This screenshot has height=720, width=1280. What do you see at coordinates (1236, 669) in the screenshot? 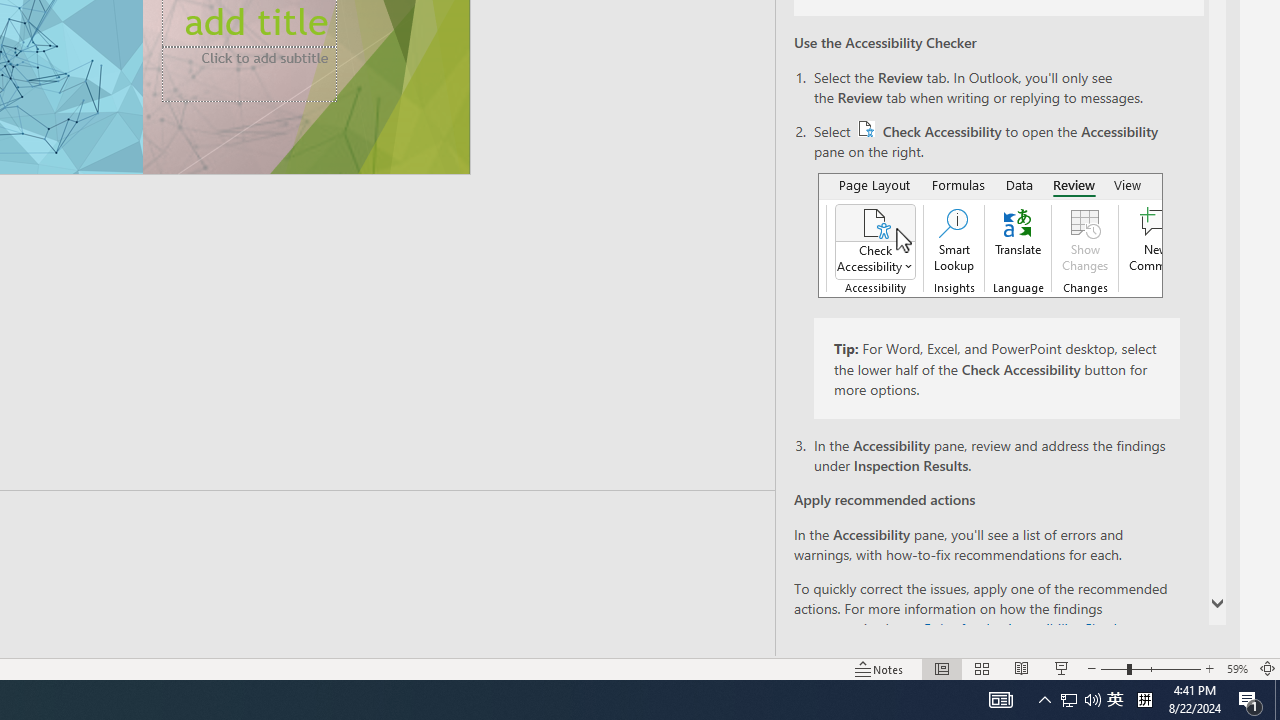
I see `'Zoom 59%'` at bounding box center [1236, 669].